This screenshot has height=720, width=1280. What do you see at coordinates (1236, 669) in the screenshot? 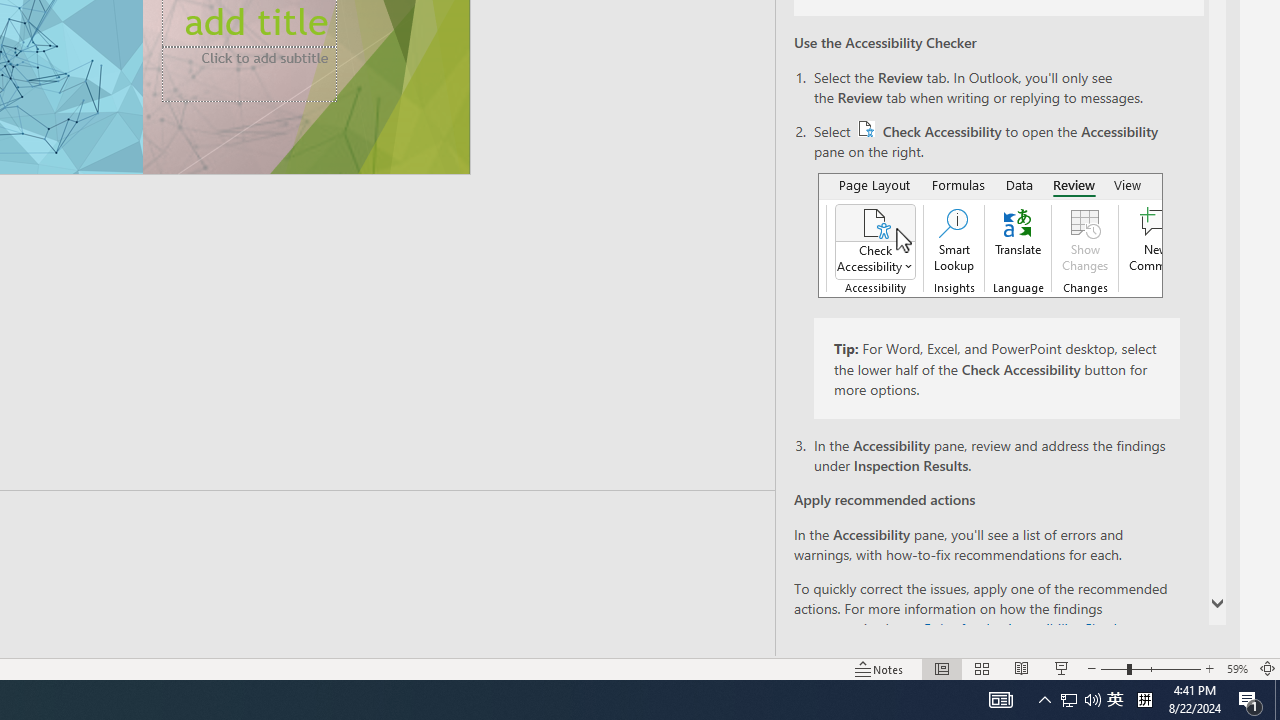
I see `'Zoom 59%'` at bounding box center [1236, 669].